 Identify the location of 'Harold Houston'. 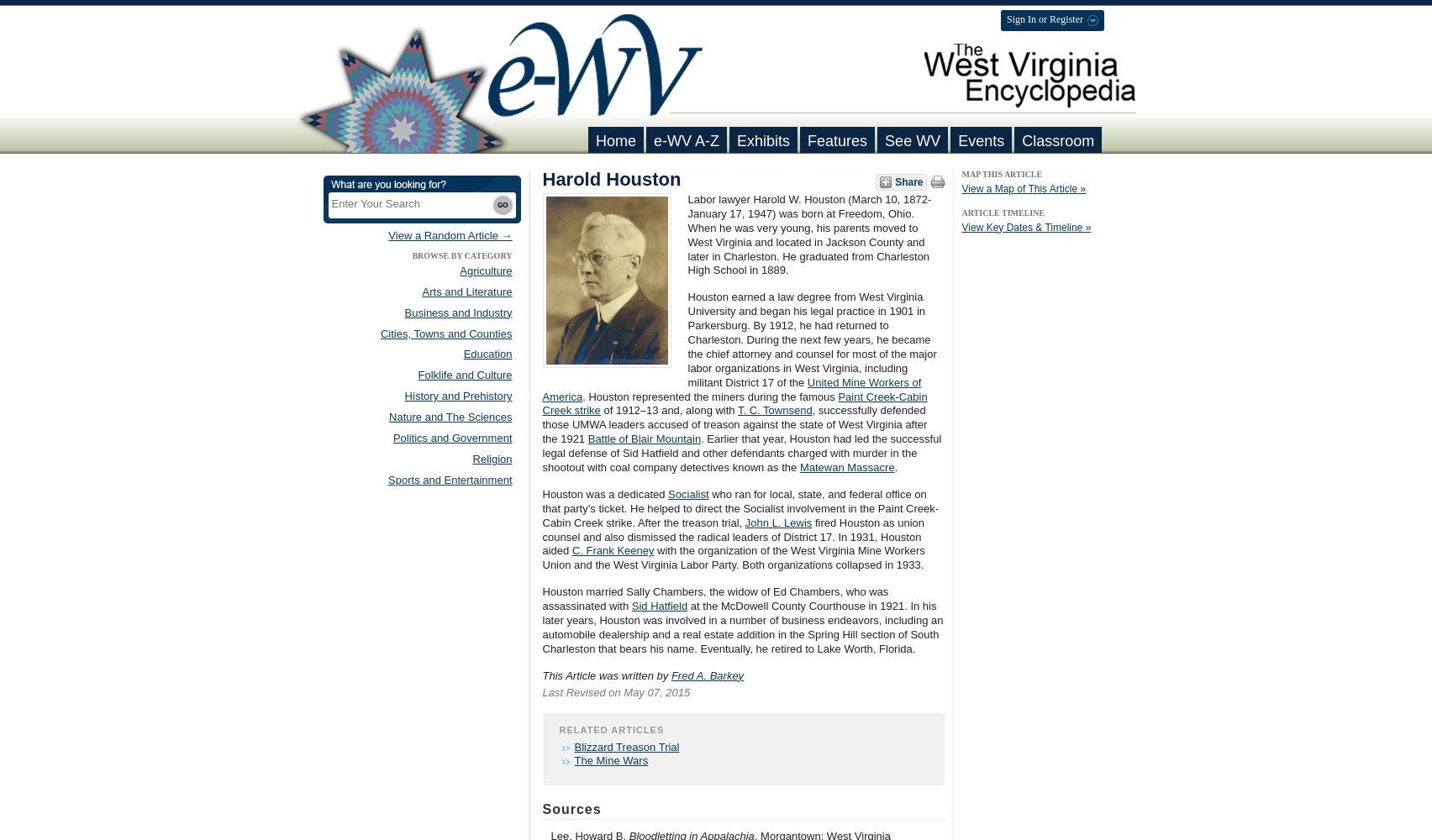
(540, 178).